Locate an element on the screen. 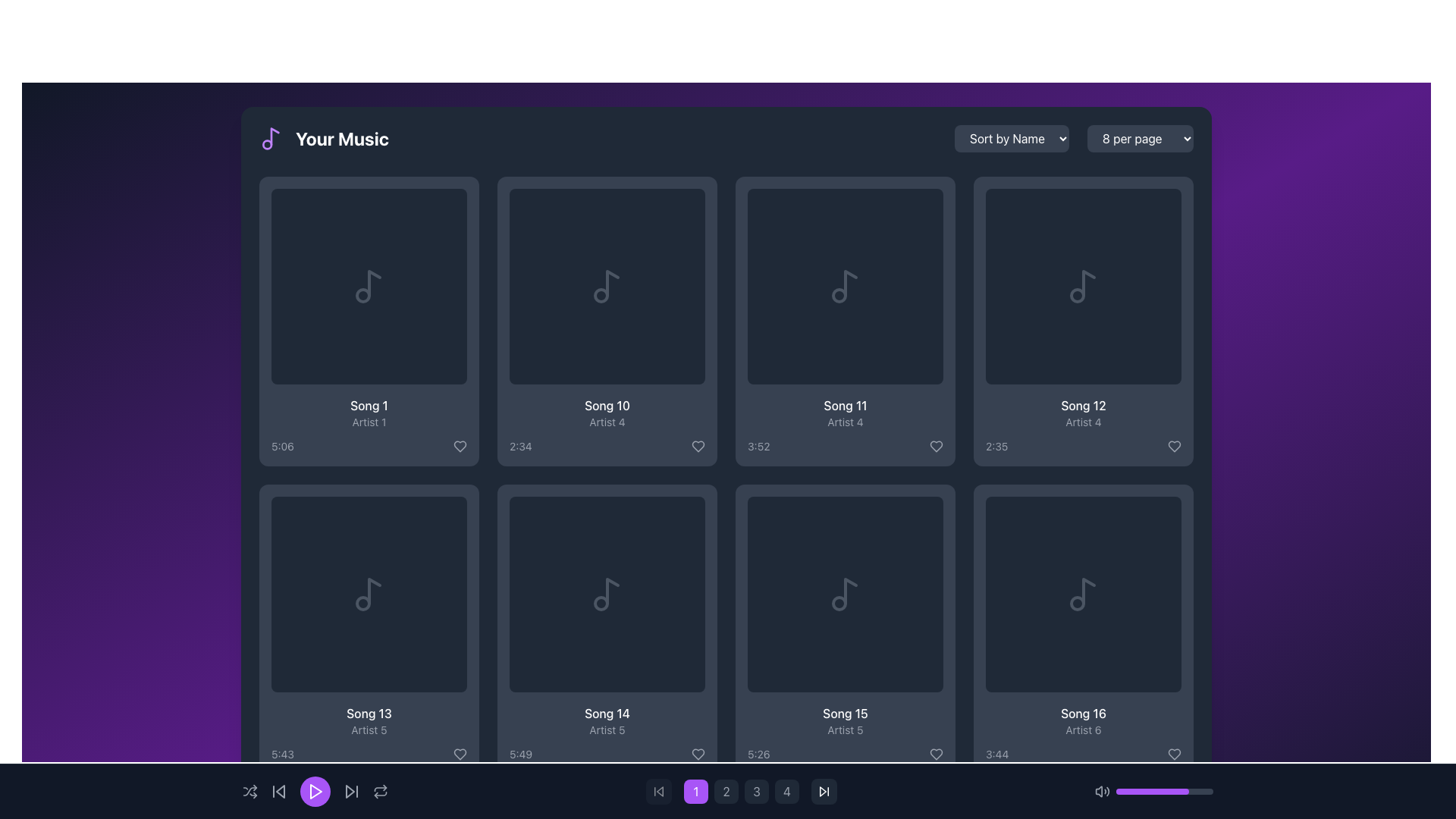  the music icon representing 'Song 12' by 'Artist 4' in the grid interface is located at coordinates (1083, 287).